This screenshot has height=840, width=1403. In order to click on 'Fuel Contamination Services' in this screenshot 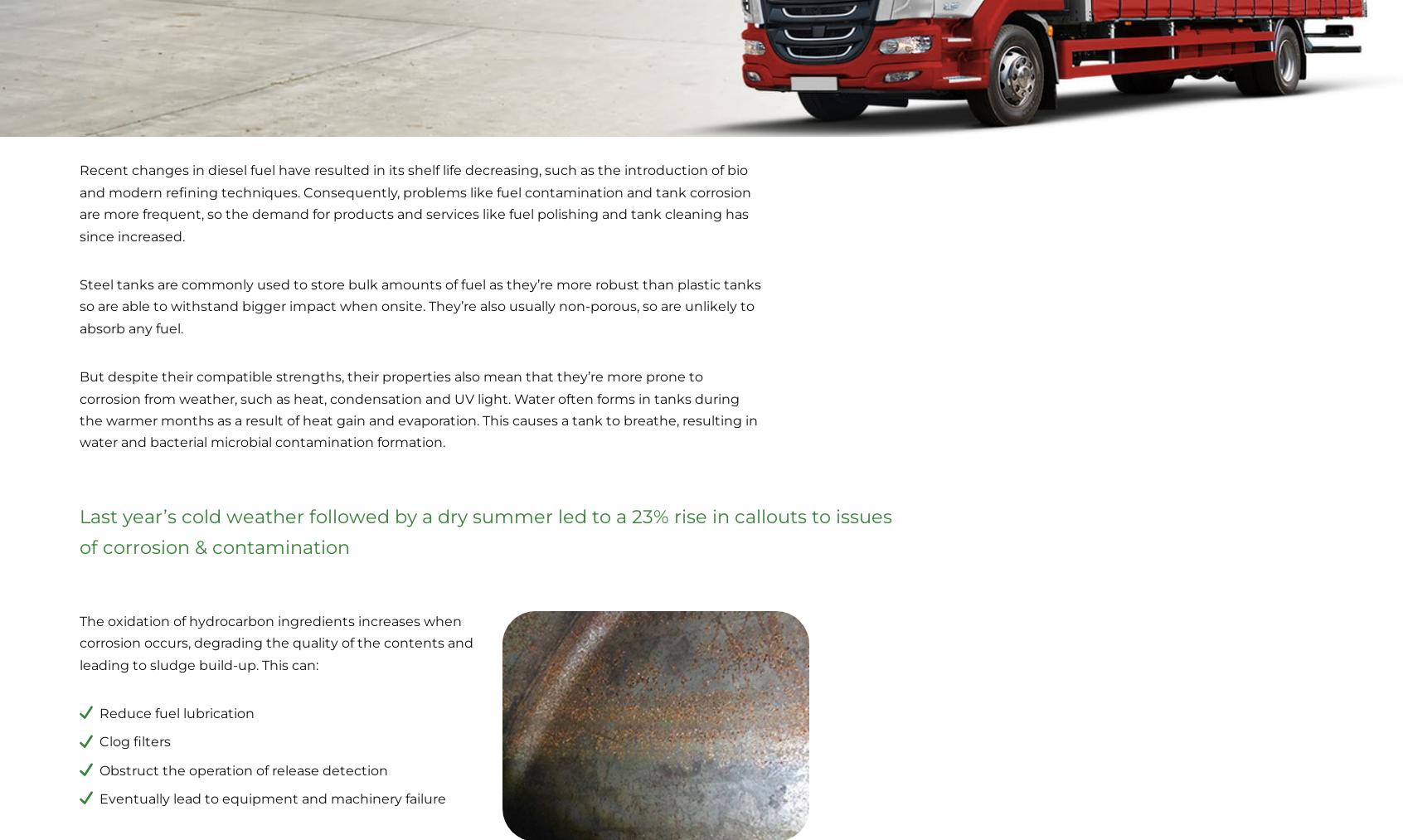, I will do `click(104, 603)`.